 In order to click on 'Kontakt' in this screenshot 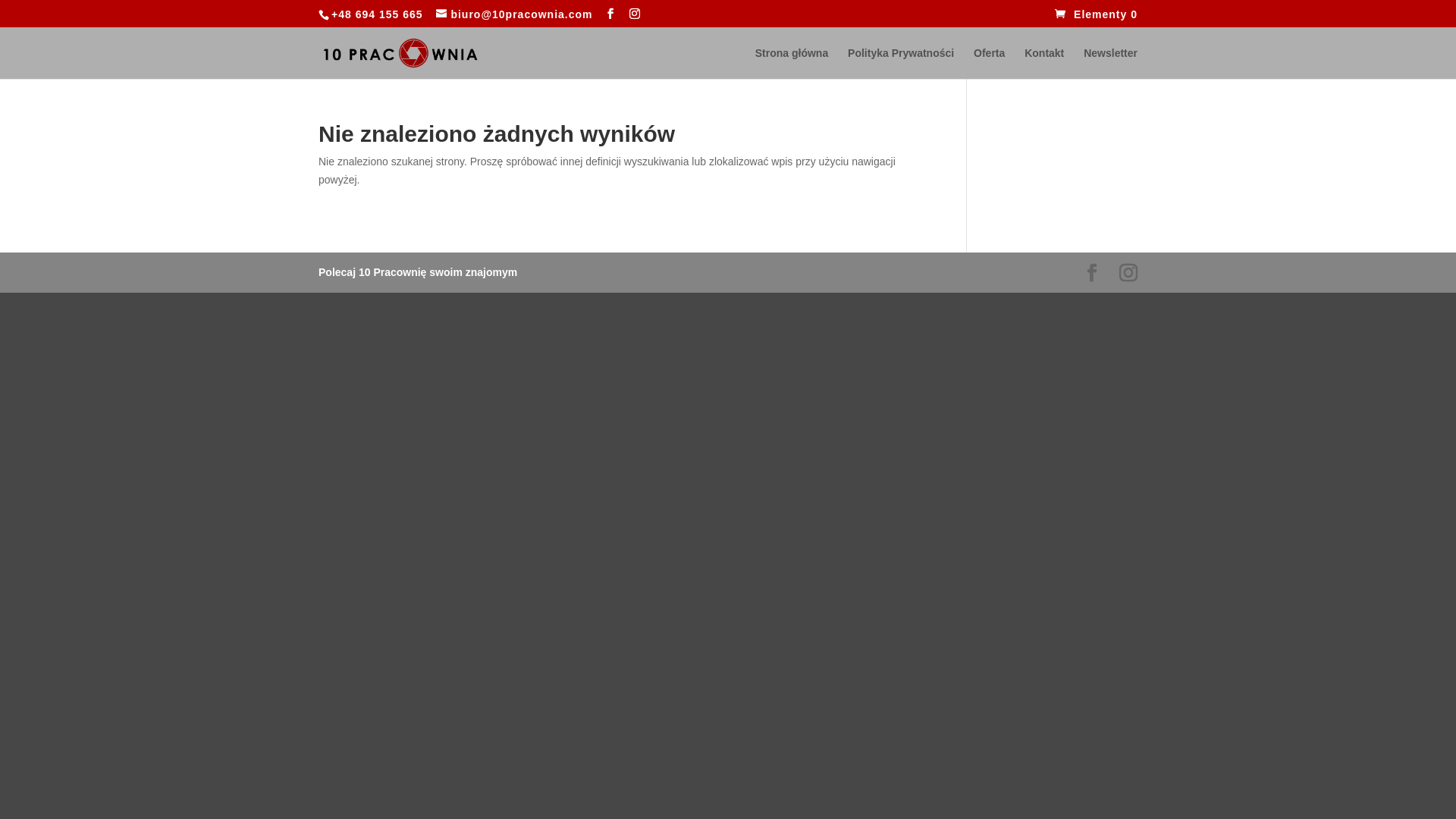, I will do `click(1043, 62)`.